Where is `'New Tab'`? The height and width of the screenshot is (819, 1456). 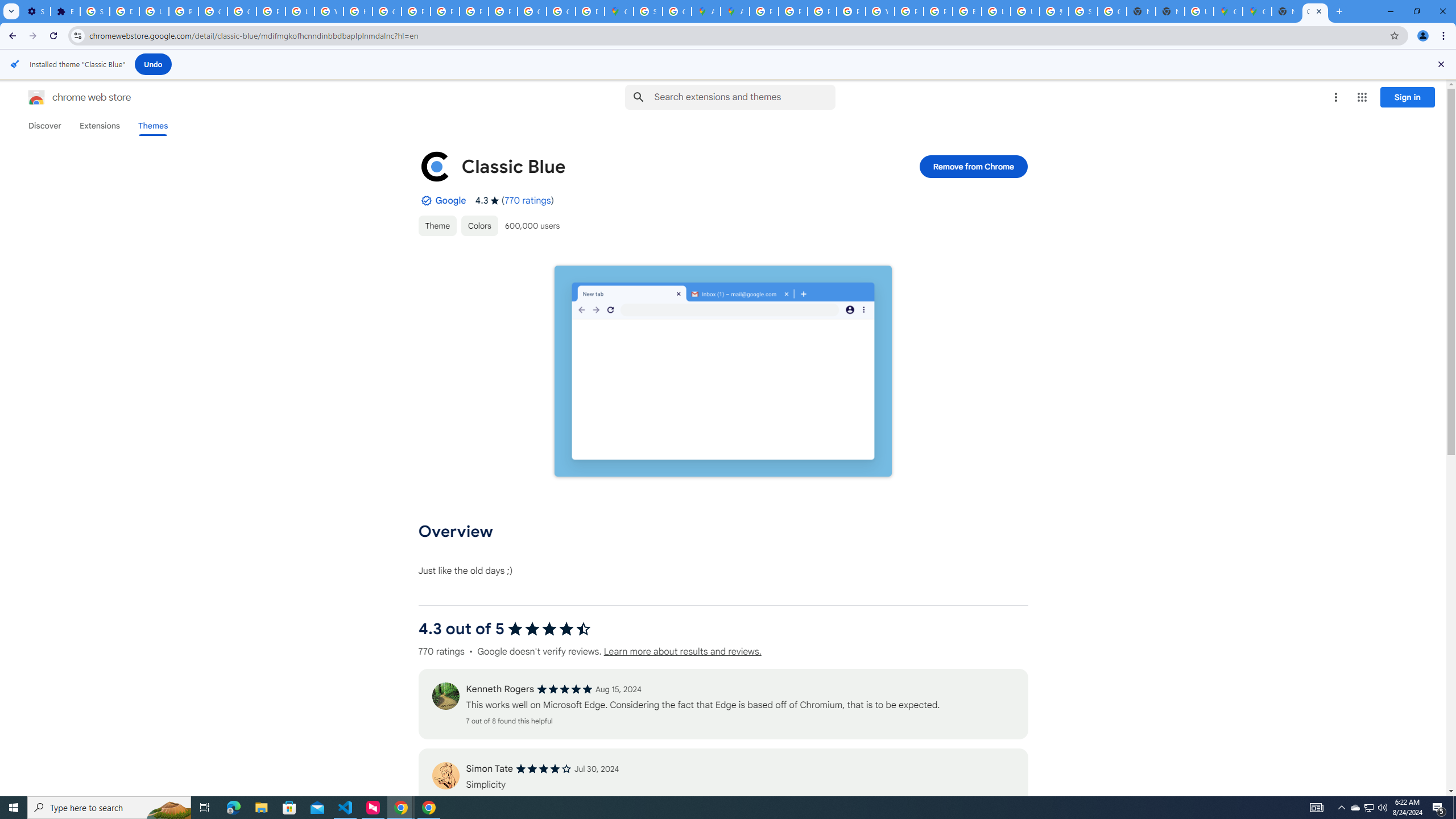 'New Tab' is located at coordinates (1286, 11).